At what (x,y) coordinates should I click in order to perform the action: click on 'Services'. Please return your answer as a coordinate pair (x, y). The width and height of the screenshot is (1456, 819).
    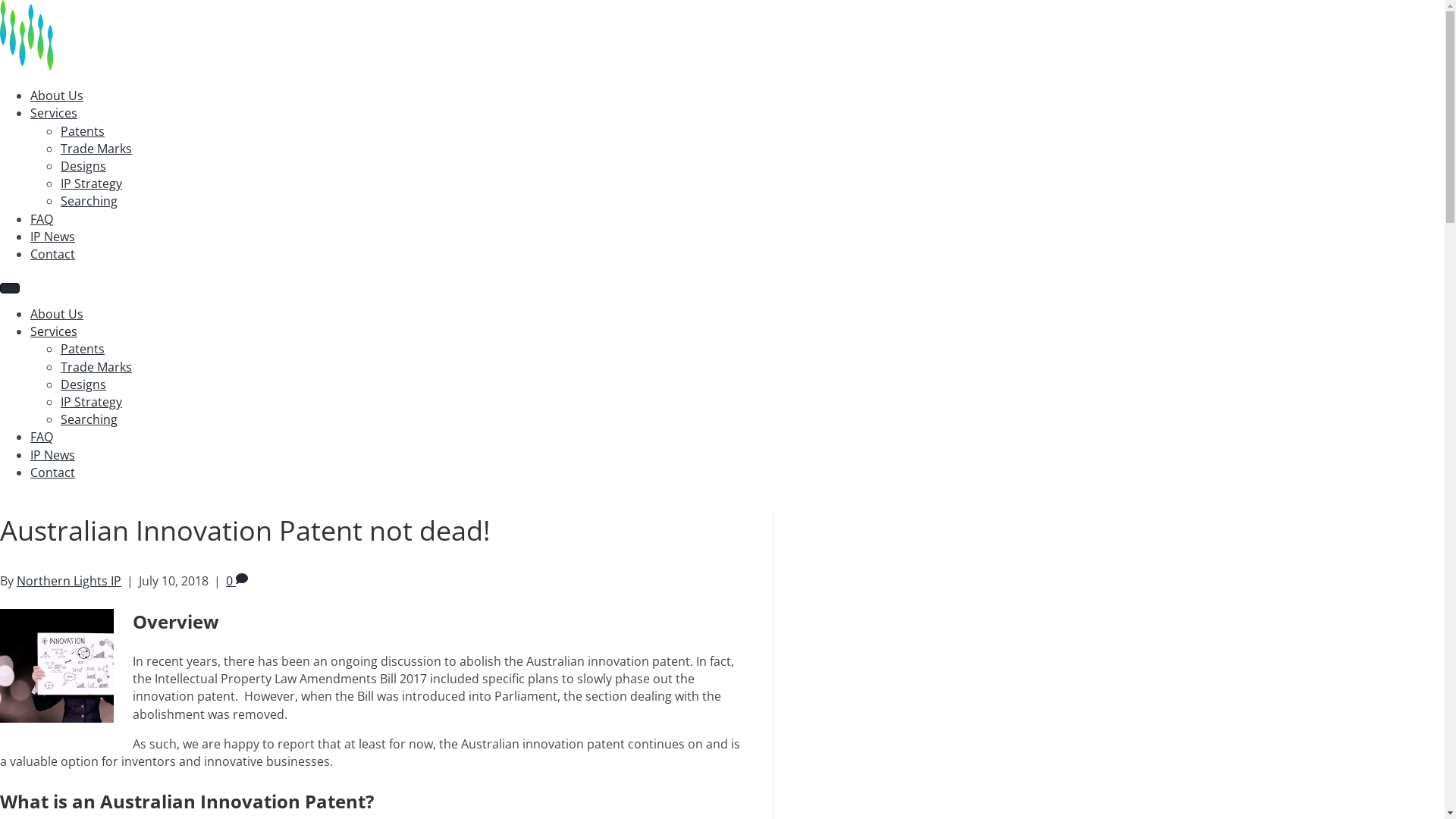
    Looking at the image, I should click on (54, 330).